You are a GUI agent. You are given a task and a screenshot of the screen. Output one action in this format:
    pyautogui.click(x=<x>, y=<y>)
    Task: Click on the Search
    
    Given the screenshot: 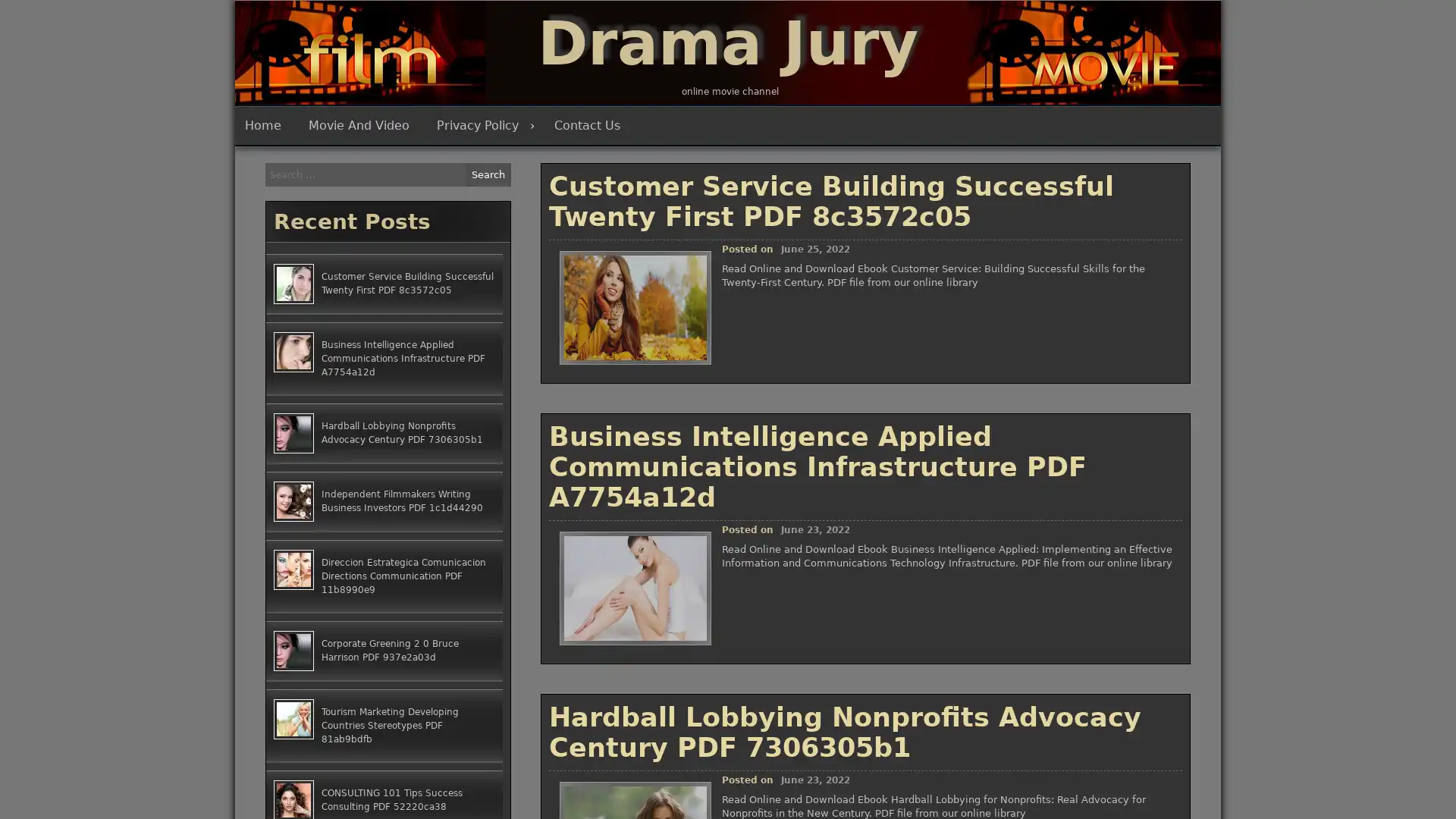 What is the action you would take?
    pyautogui.click(x=488, y=174)
    